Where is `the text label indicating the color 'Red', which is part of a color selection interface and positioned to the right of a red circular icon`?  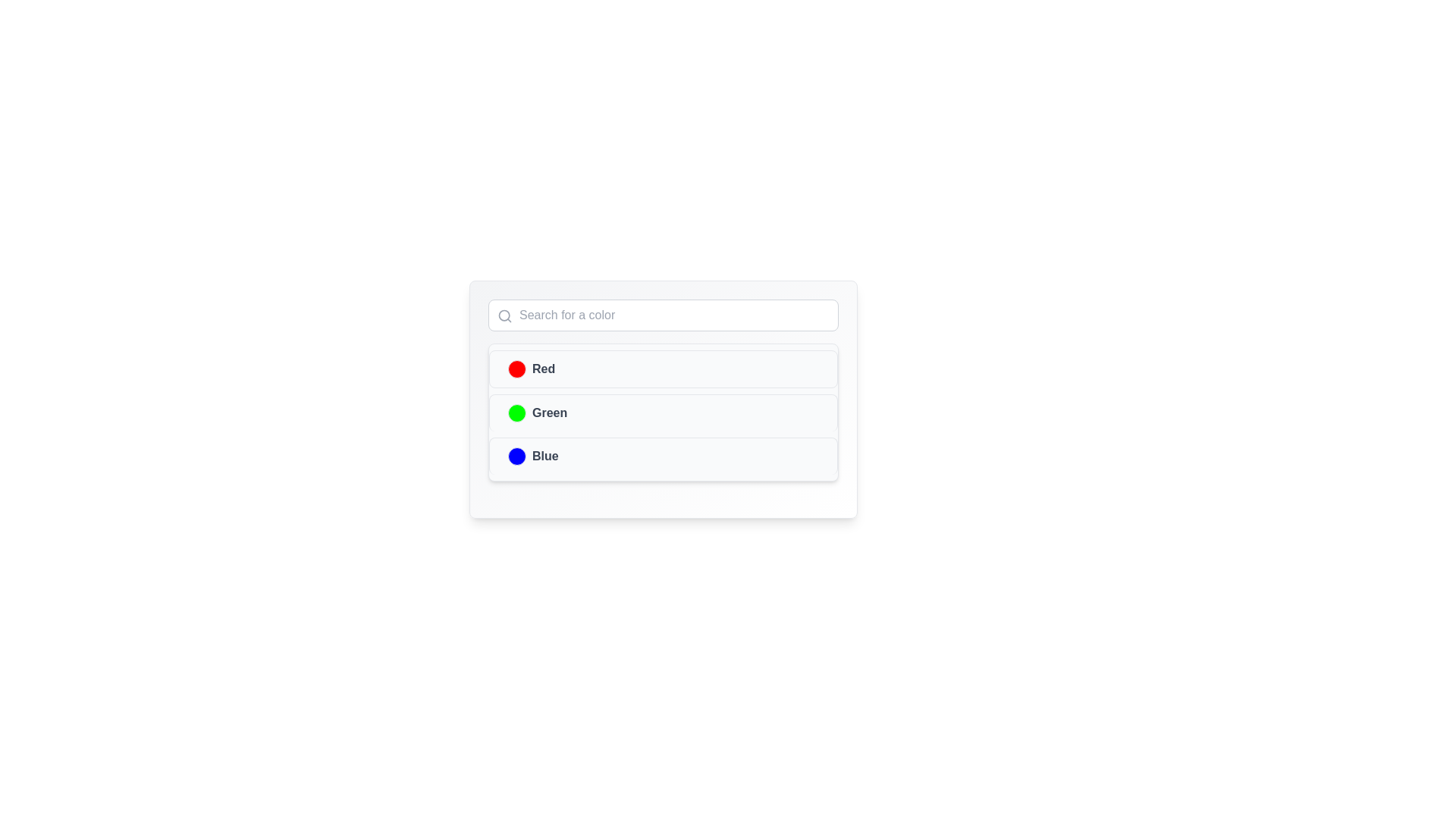
the text label indicating the color 'Red', which is part of a color selection interface and positioned to the right of a red circular icon is located at coordinates (544, 369).